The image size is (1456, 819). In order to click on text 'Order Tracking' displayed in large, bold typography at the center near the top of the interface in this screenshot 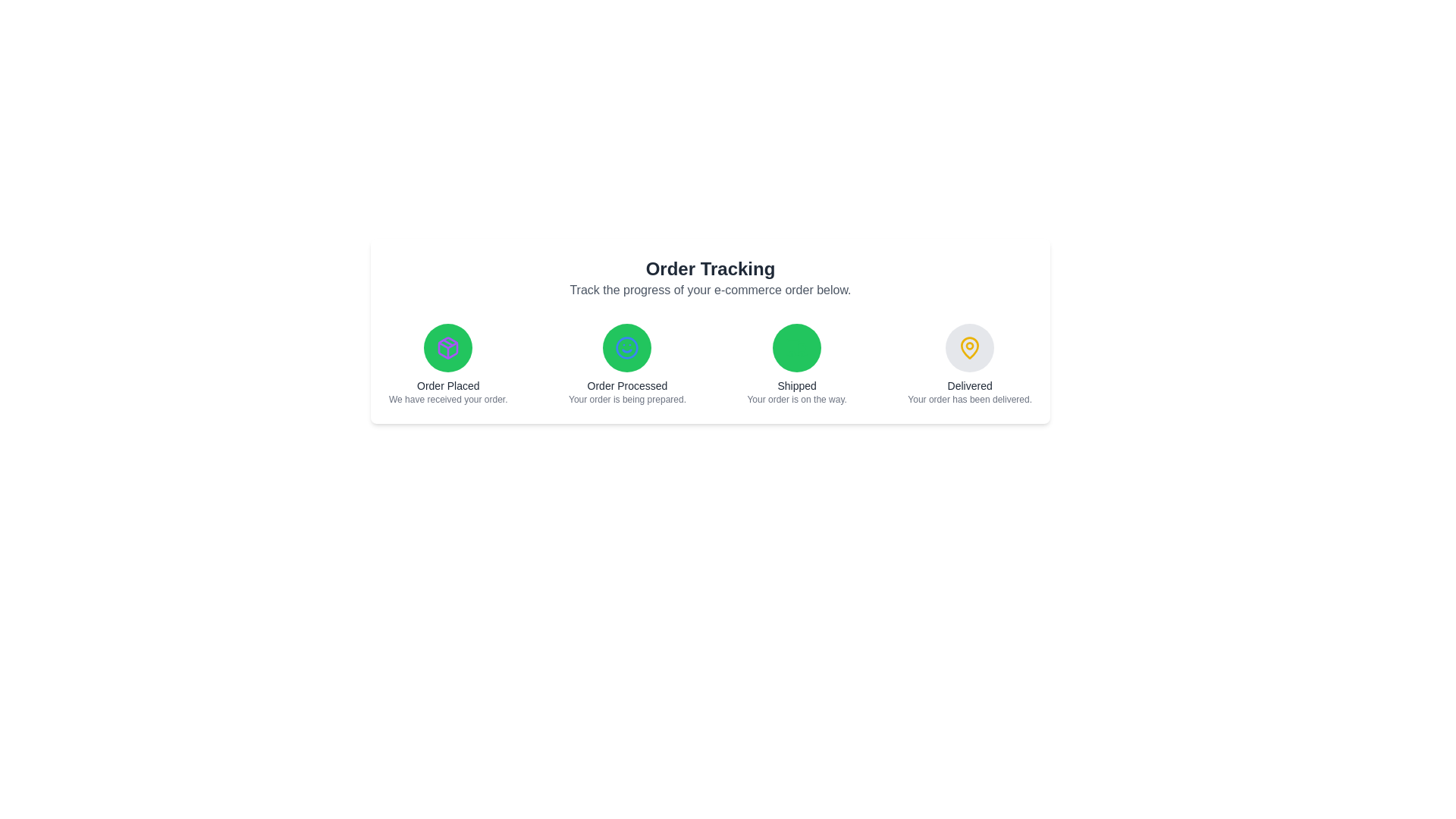, I will do `click(709, 268)`.